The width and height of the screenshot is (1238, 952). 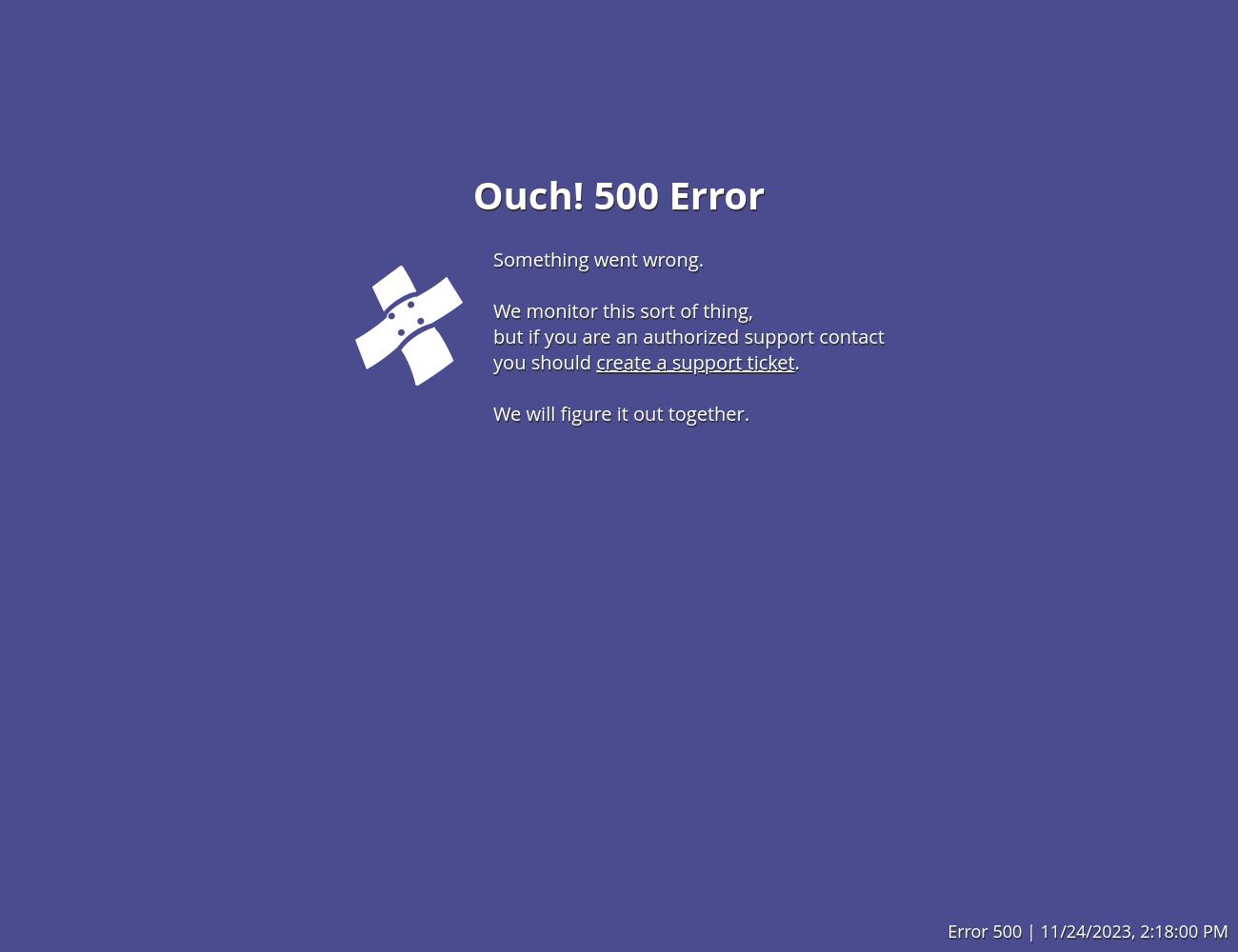 I want to click on 'Error 500 |', so click(x=993, y=930).